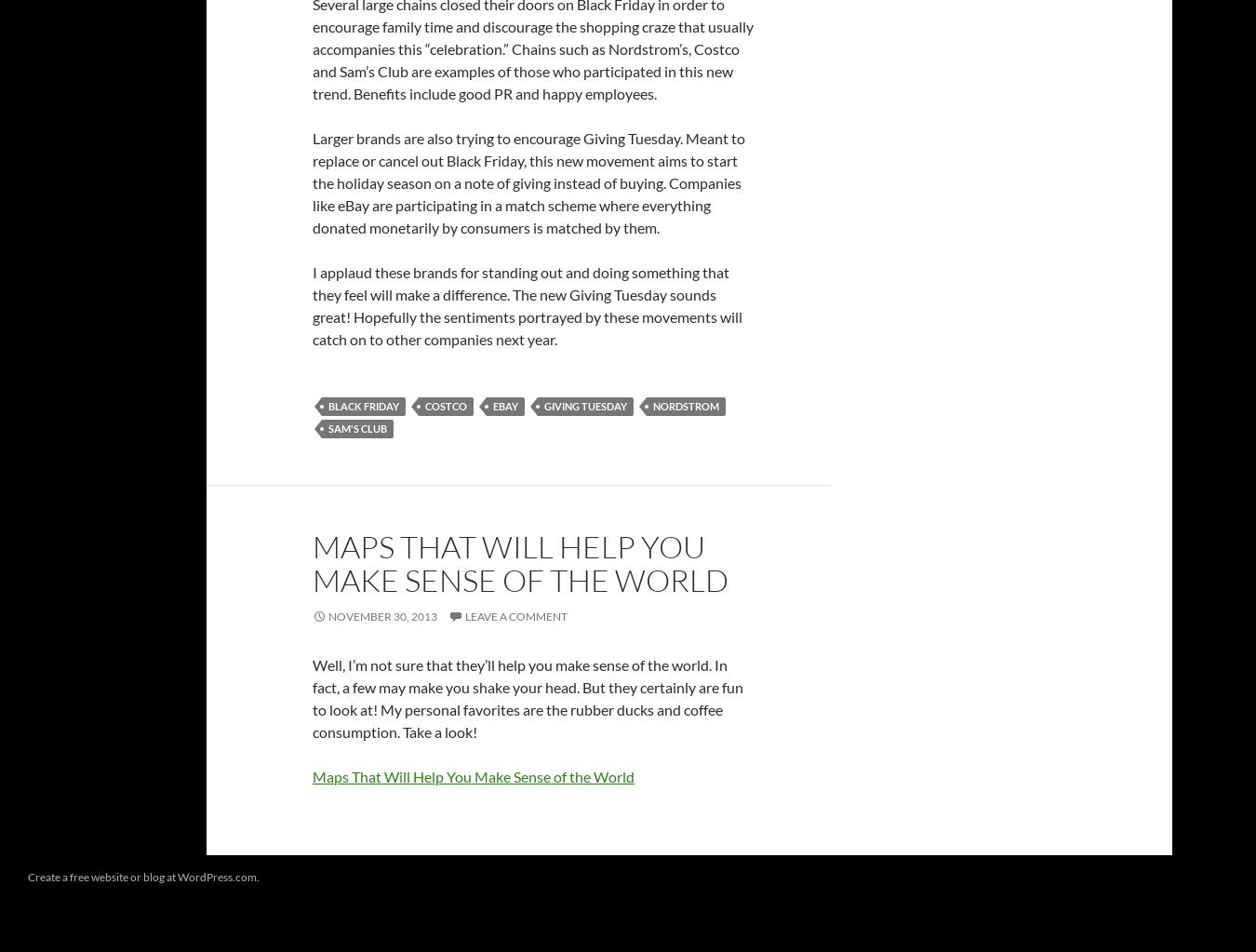 The height and width of the screenshot is (952, 1256). Describe the element at coordinates (363, 405) in the screenshot. I see `'Black Friday'` at that location.